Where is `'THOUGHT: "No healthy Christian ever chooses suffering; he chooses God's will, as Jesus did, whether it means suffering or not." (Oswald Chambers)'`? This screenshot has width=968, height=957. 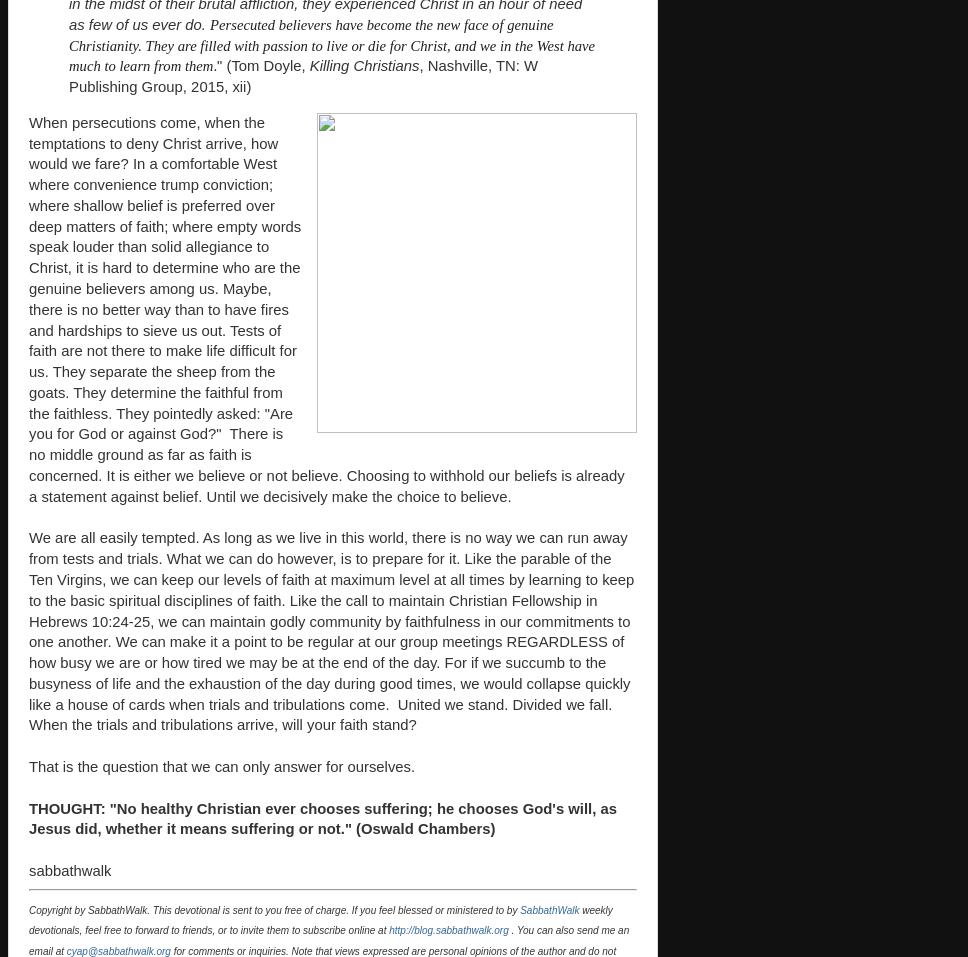
'THOUGHT: "No healthy Christian ever chooses suffering; he chooses God's will, as Jesus did, whether it means suffering or not." (Oswald Chambers)' is located at coordinates (321, 817).